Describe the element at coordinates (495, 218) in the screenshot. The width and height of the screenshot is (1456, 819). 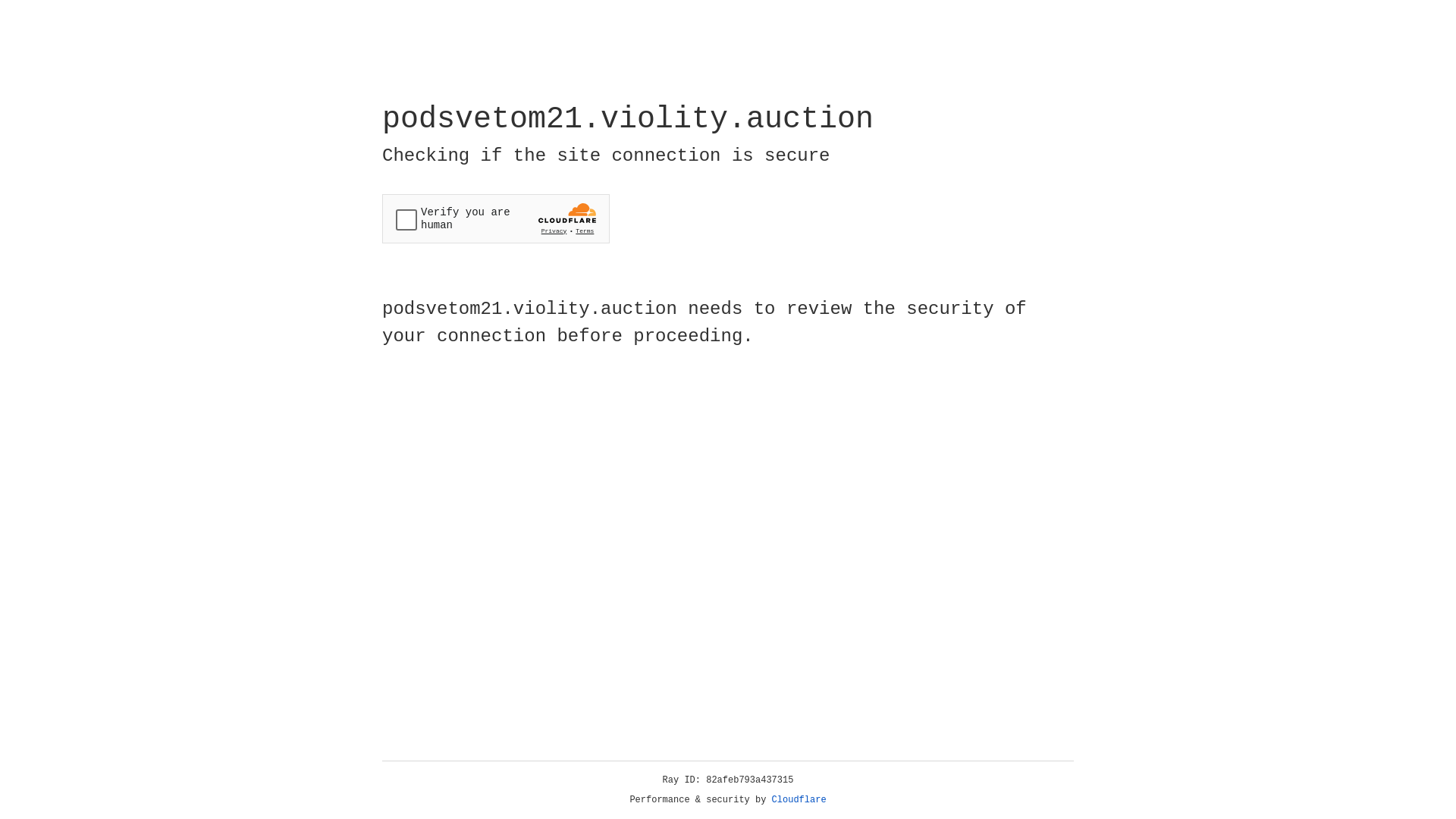
I see `'Widget containing a Cloudflare security challenge'` at that location.